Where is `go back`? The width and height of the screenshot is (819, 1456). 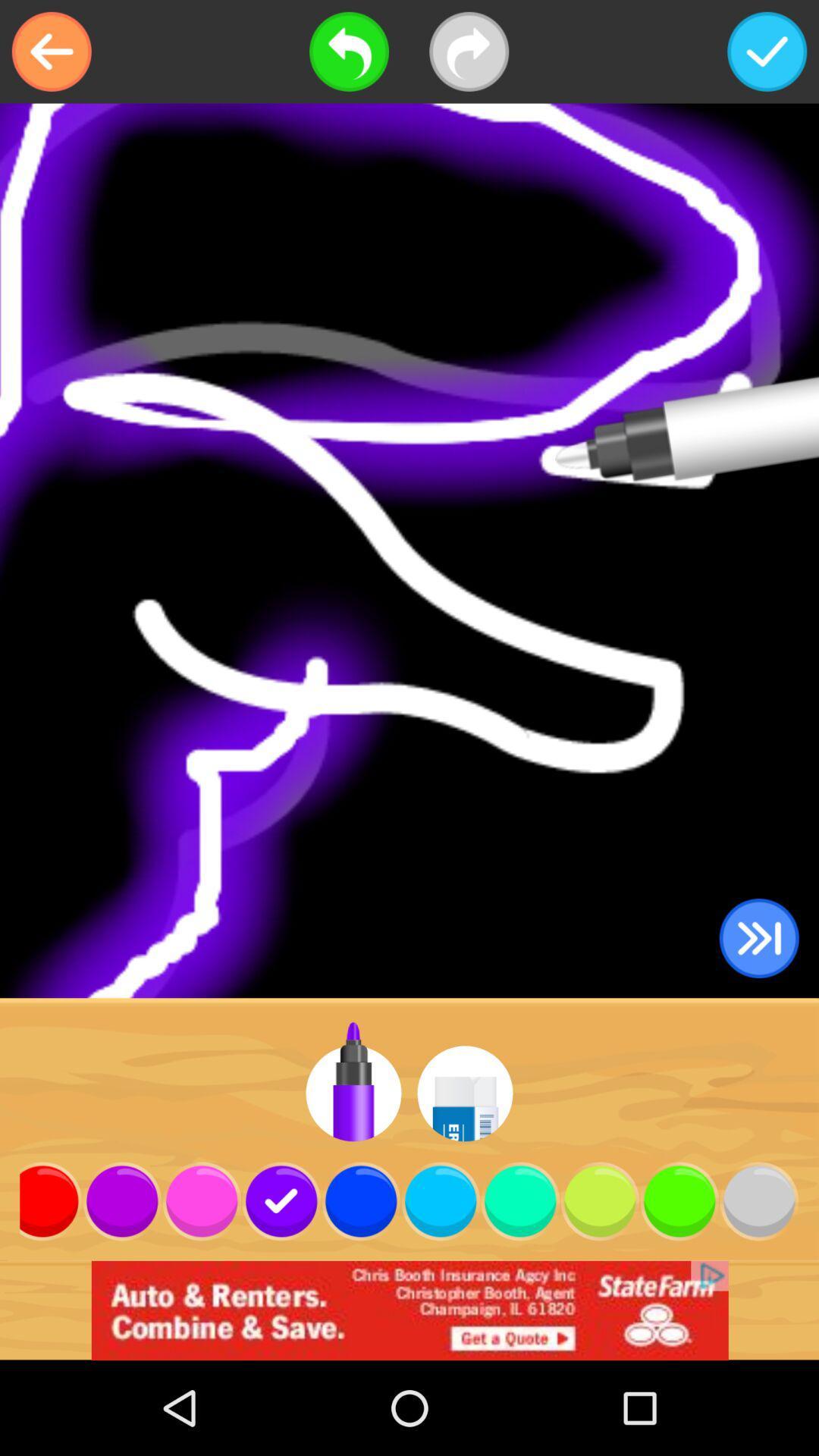 go back is located at coordinates (51, 52).